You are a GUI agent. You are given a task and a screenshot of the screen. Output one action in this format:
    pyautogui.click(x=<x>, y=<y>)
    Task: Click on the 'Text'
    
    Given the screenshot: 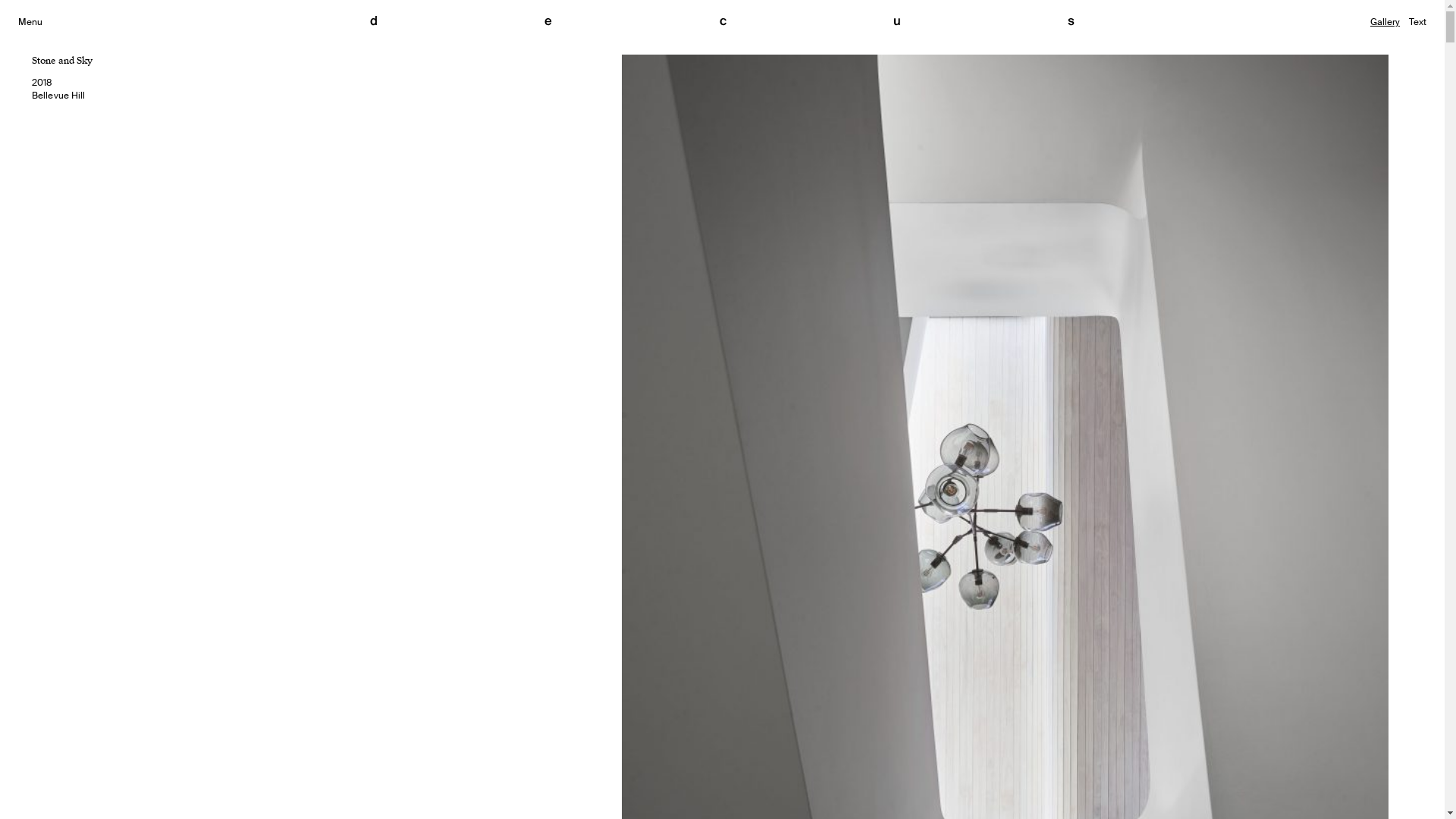 What is the action you would take?
    pyautogui.click(x=1407, y=22)
    